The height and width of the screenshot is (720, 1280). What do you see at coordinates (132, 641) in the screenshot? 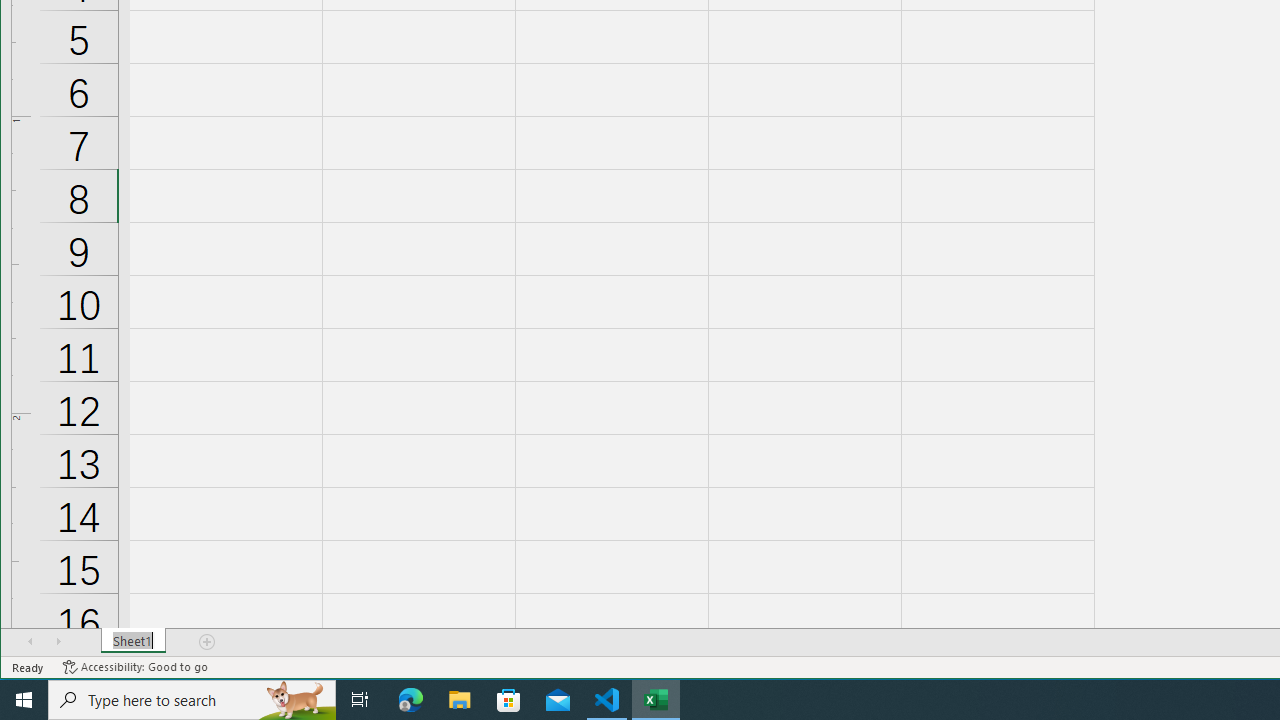
I see `'Sheet Tab'` at bounding box center [132, 641].